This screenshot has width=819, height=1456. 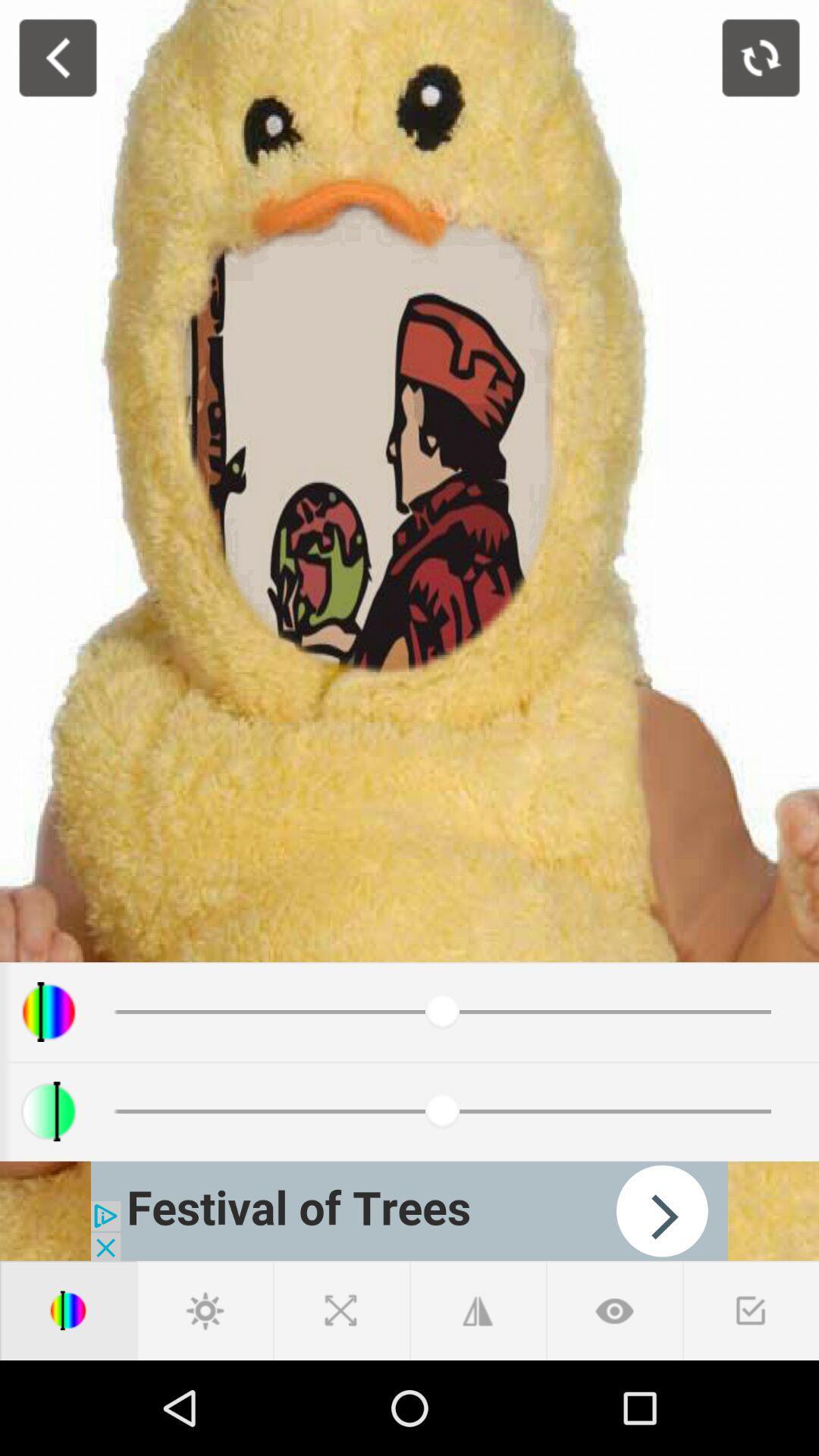 I want to click on the check icon, so click(x=751, y=1310).